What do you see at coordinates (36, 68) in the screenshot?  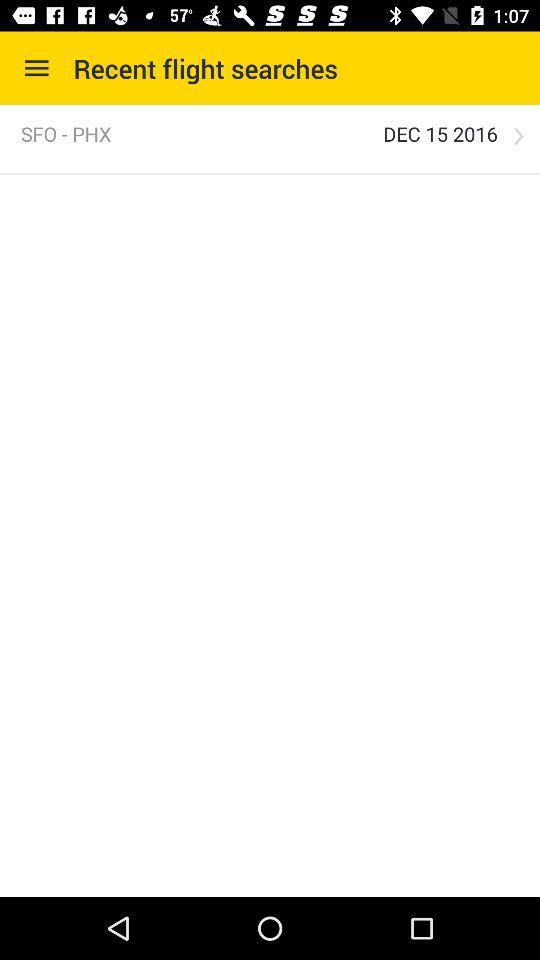 I see `the icon above the sfo - phx icon` at bounding box center [36, 68].